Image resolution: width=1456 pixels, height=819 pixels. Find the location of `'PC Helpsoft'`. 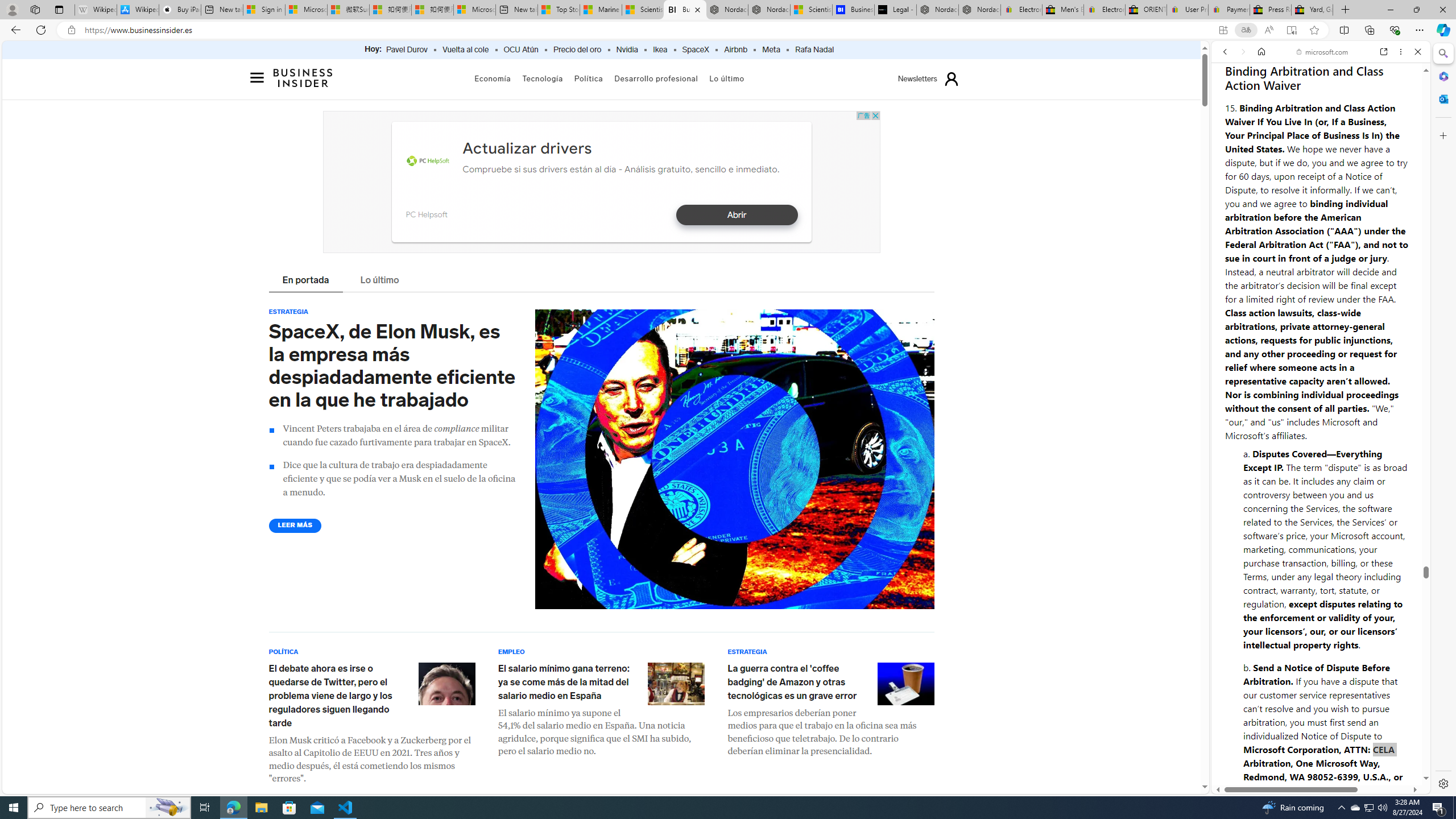

'PC Helpsoft' is located at coordinates (427, 161).